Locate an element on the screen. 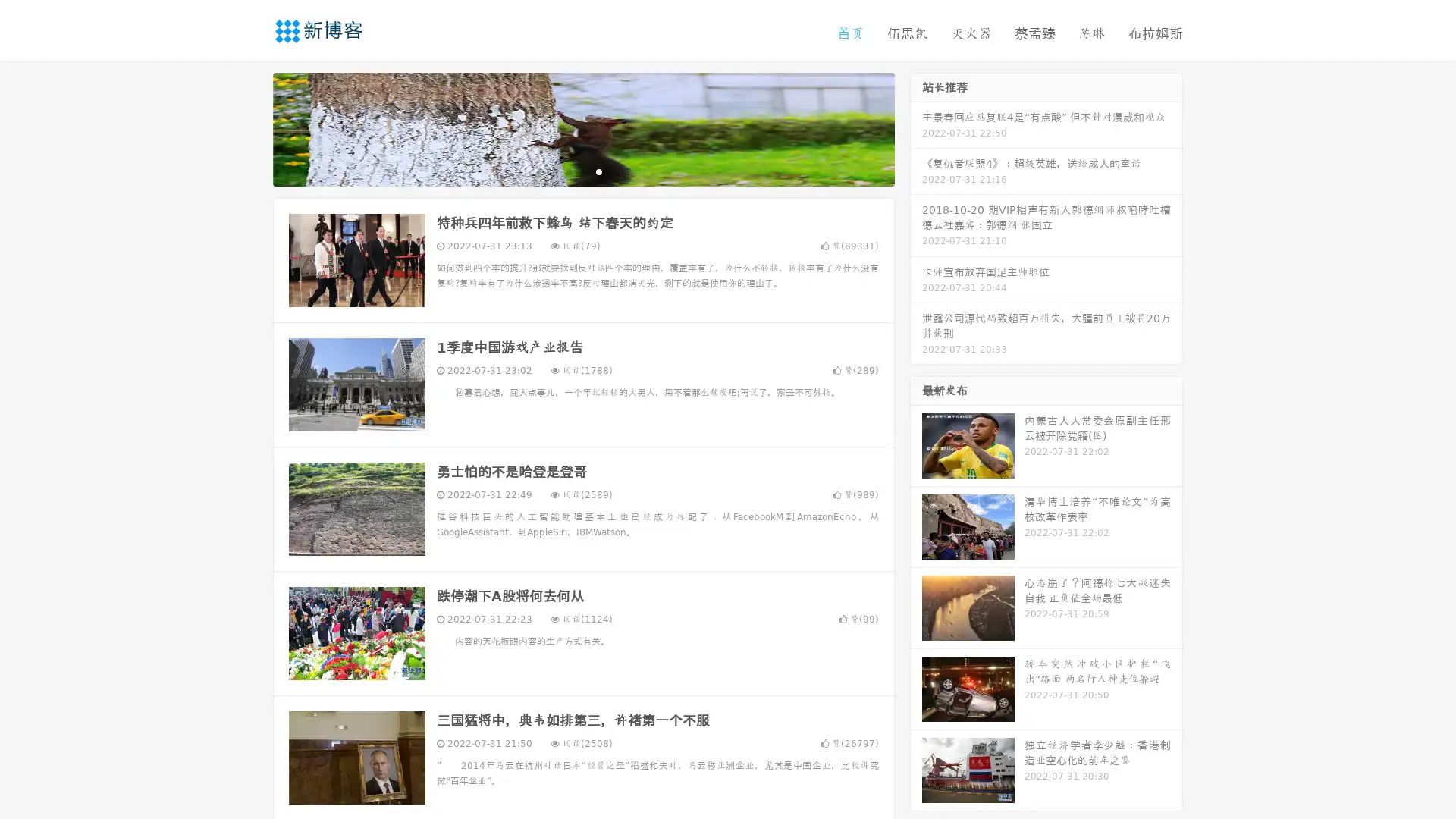 This screenshot has height=819, width=1456. Go to slide 1 is located at coordinates (567, 171).